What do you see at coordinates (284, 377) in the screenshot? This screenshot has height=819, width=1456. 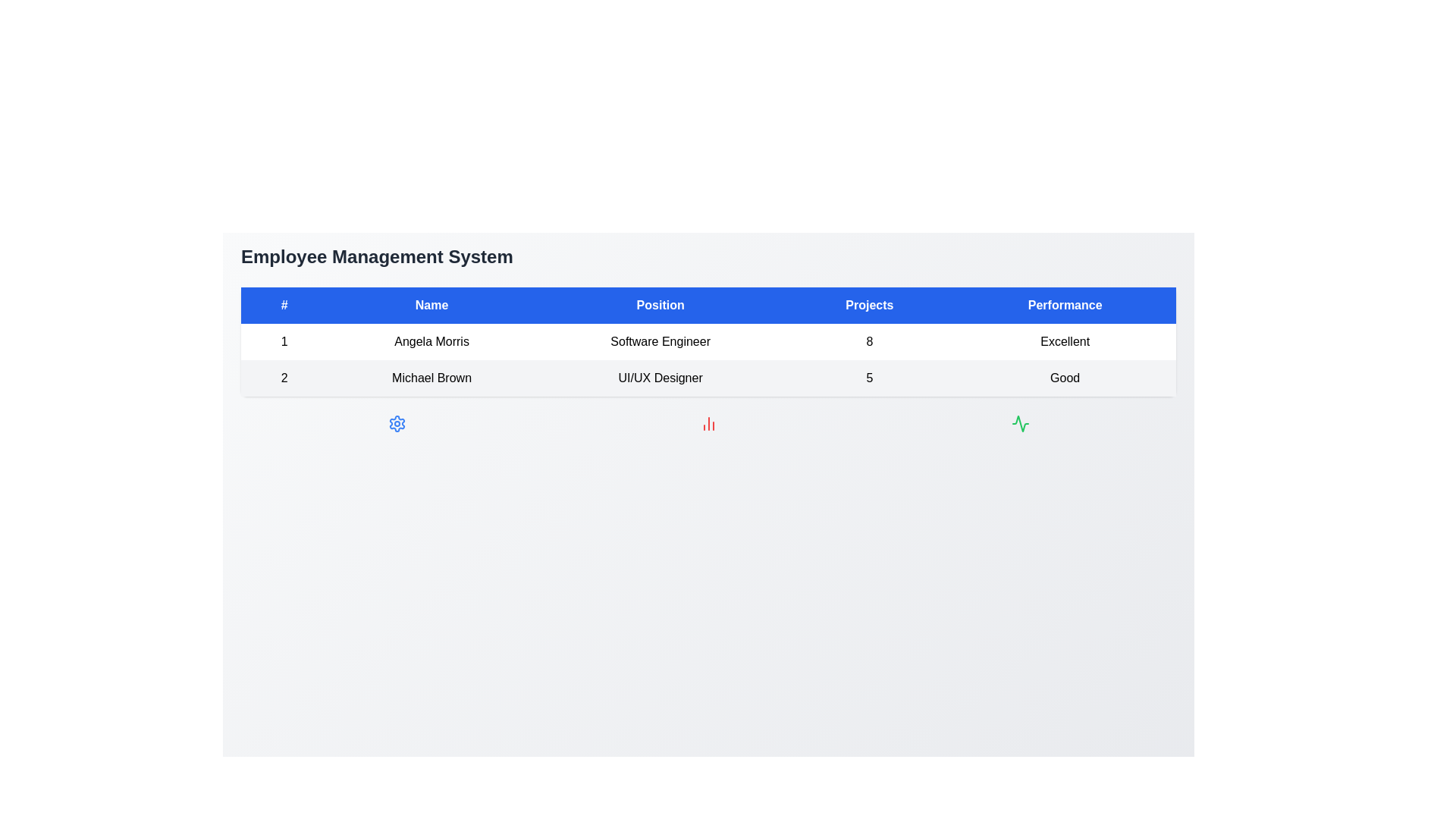 I see `the bold numeral '2' displayed in the first cell of the second row of the table, which is surrounded by a light gray background` at bounding box center [284, 377].